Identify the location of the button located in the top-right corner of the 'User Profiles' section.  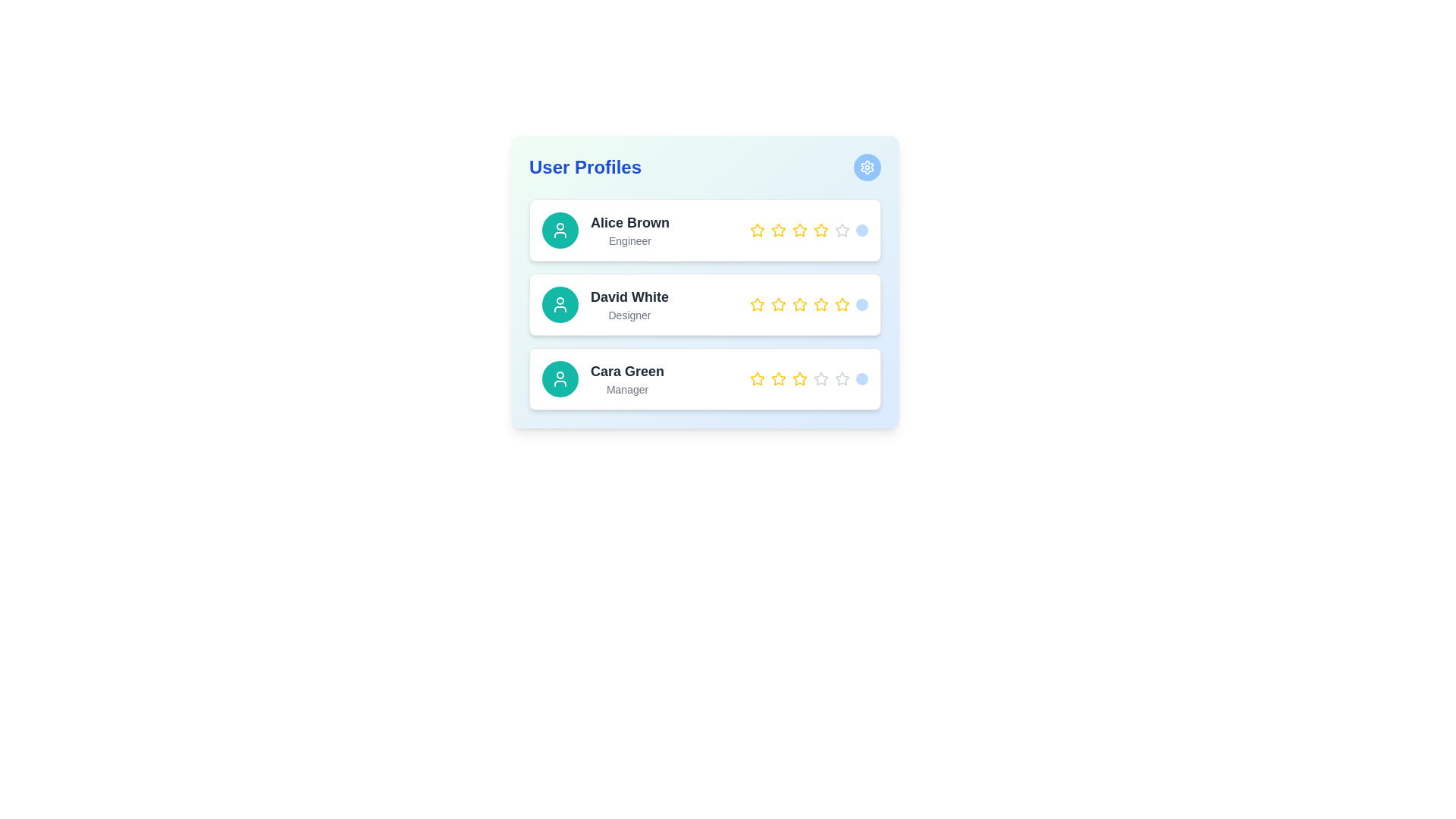
(867, 167).